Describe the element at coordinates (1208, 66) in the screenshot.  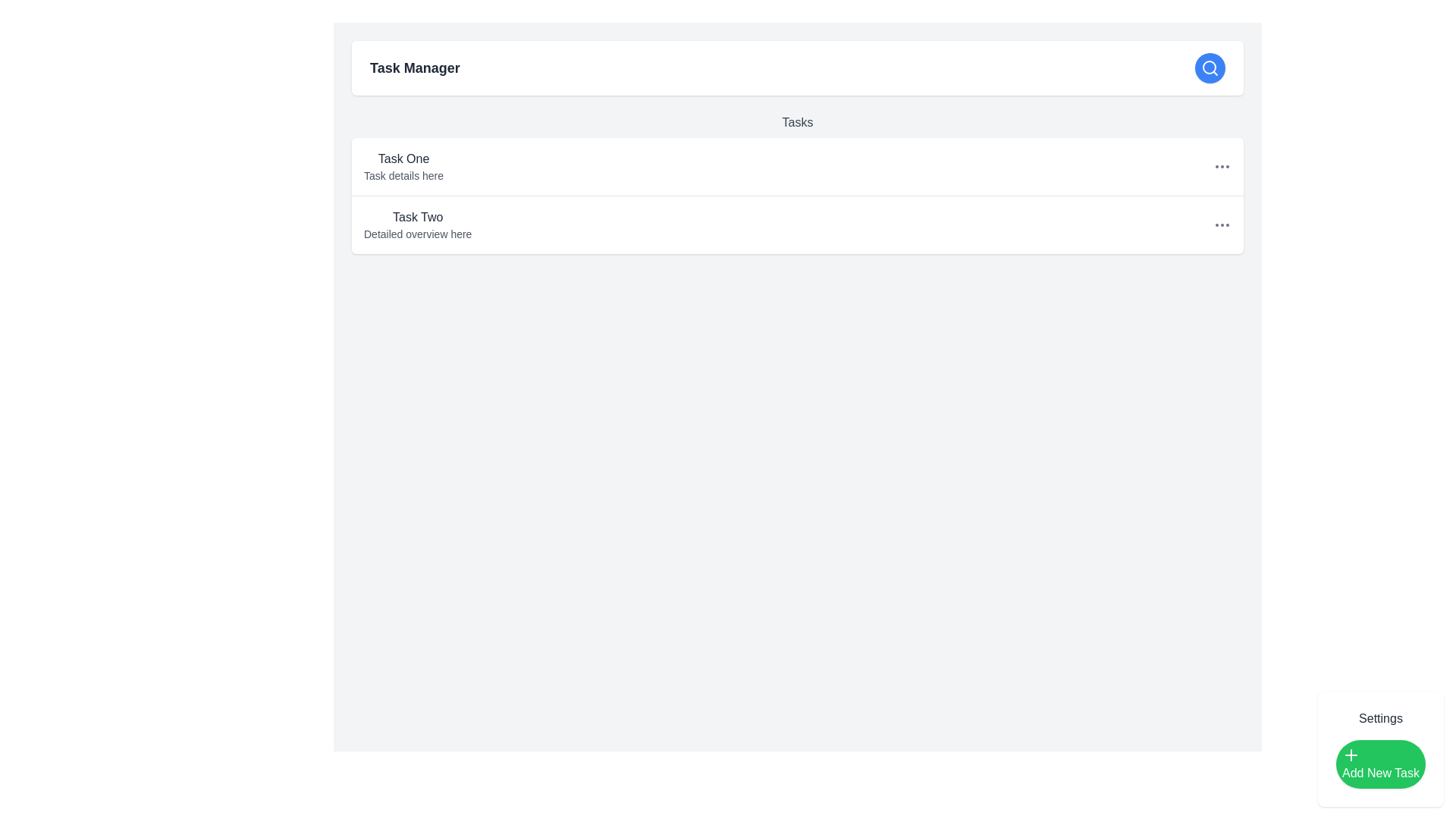
I see `the central circular component of the search icon located in the right portion of the top navigation bar` at that location.